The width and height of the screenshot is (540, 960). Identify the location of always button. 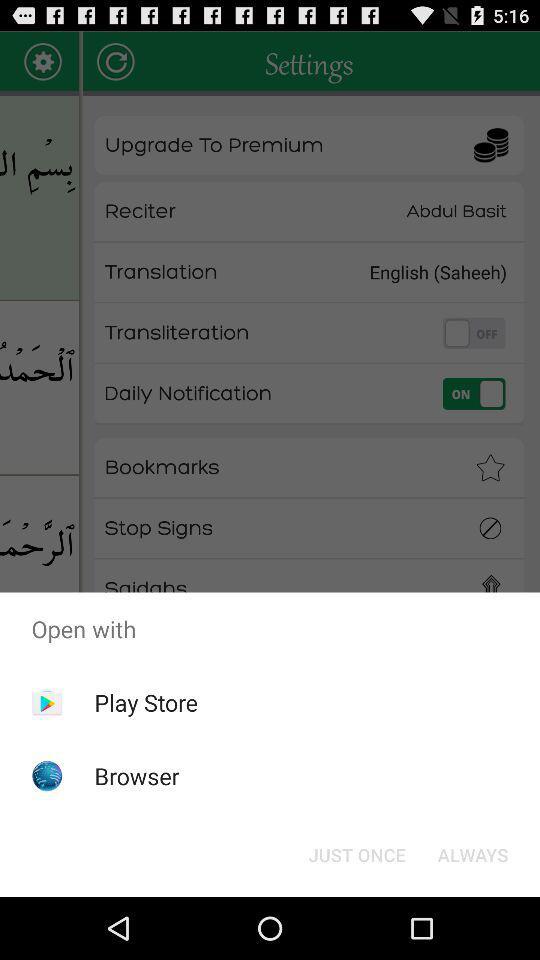
(472, 853).